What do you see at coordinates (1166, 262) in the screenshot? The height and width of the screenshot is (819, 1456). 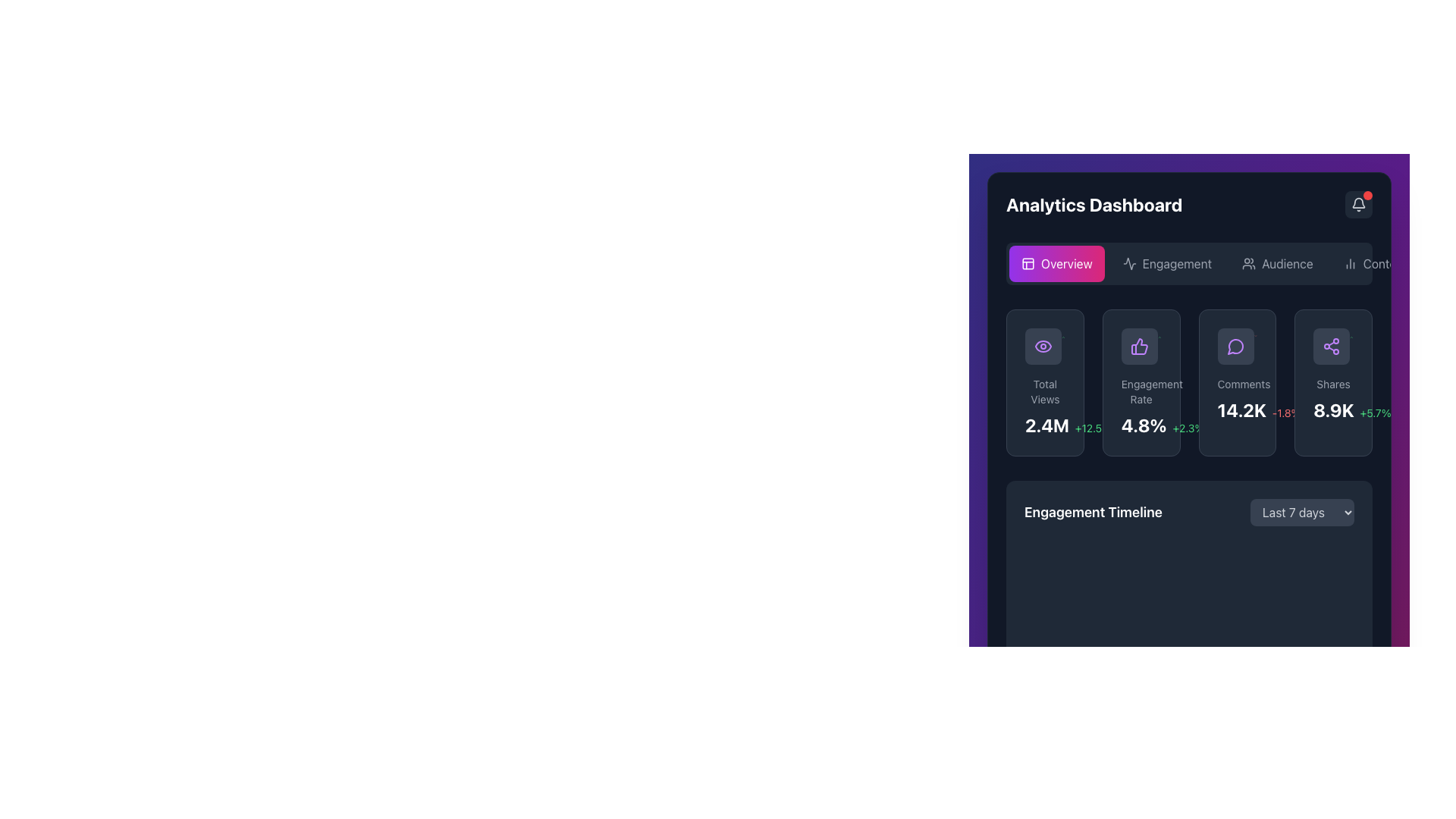 I see `the 'Engagement' button, which is a rectangular gray button with a waveform icon, positioned to the right of the 'Overview' button and to the left of the 'Audience' button` at bounding box center [1166, 262].